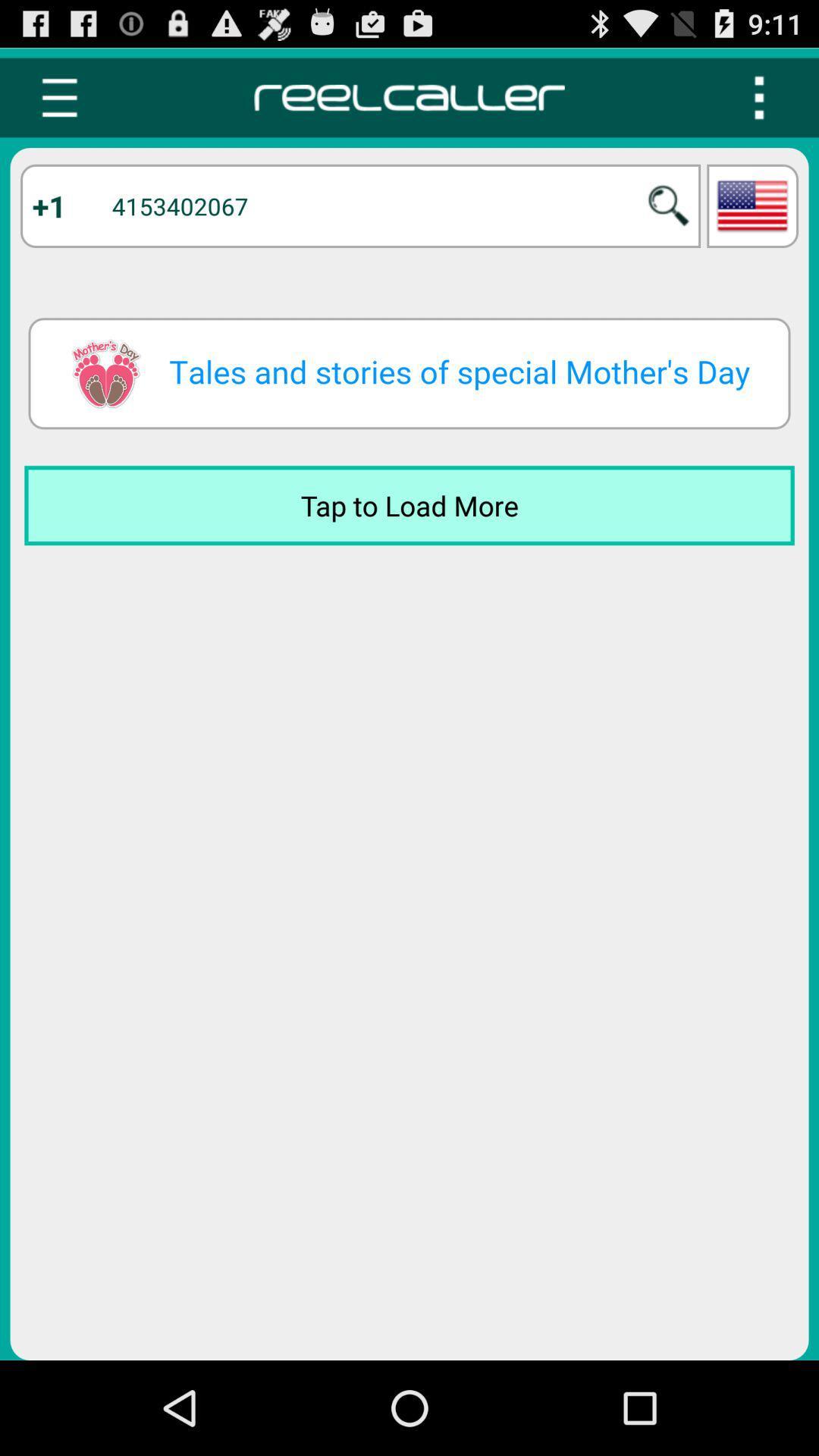 The image size is (819, 1456). What do you see at coordinates (752, 219) in the screenshot?
I see `the national_flag icon` at bounding box center [752, 219].